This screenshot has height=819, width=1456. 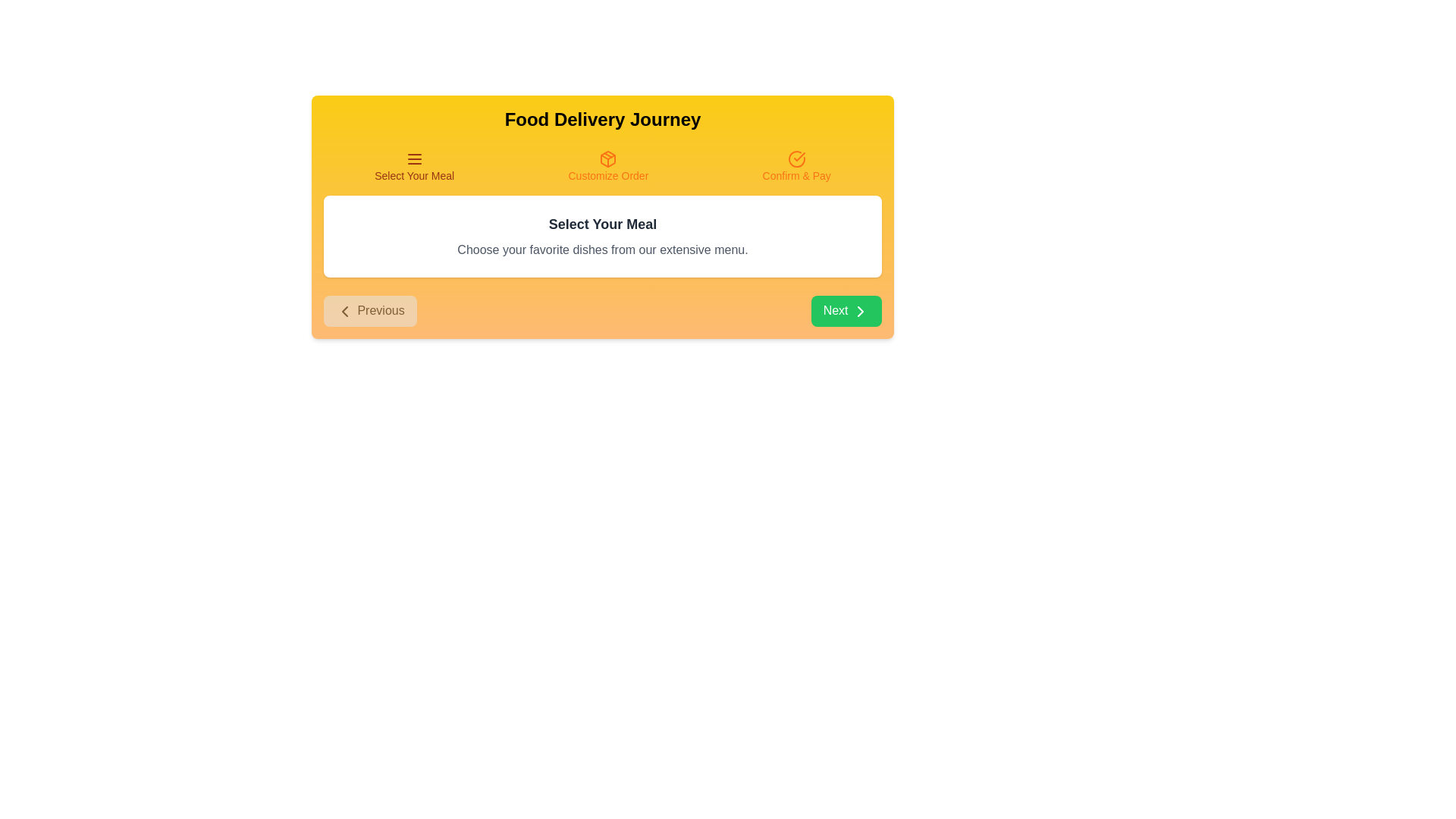 I want to click on the left-pointing chevron icon located in the bottom left section of the main interface to initiate a navigation action, so click(x=344, y=309).